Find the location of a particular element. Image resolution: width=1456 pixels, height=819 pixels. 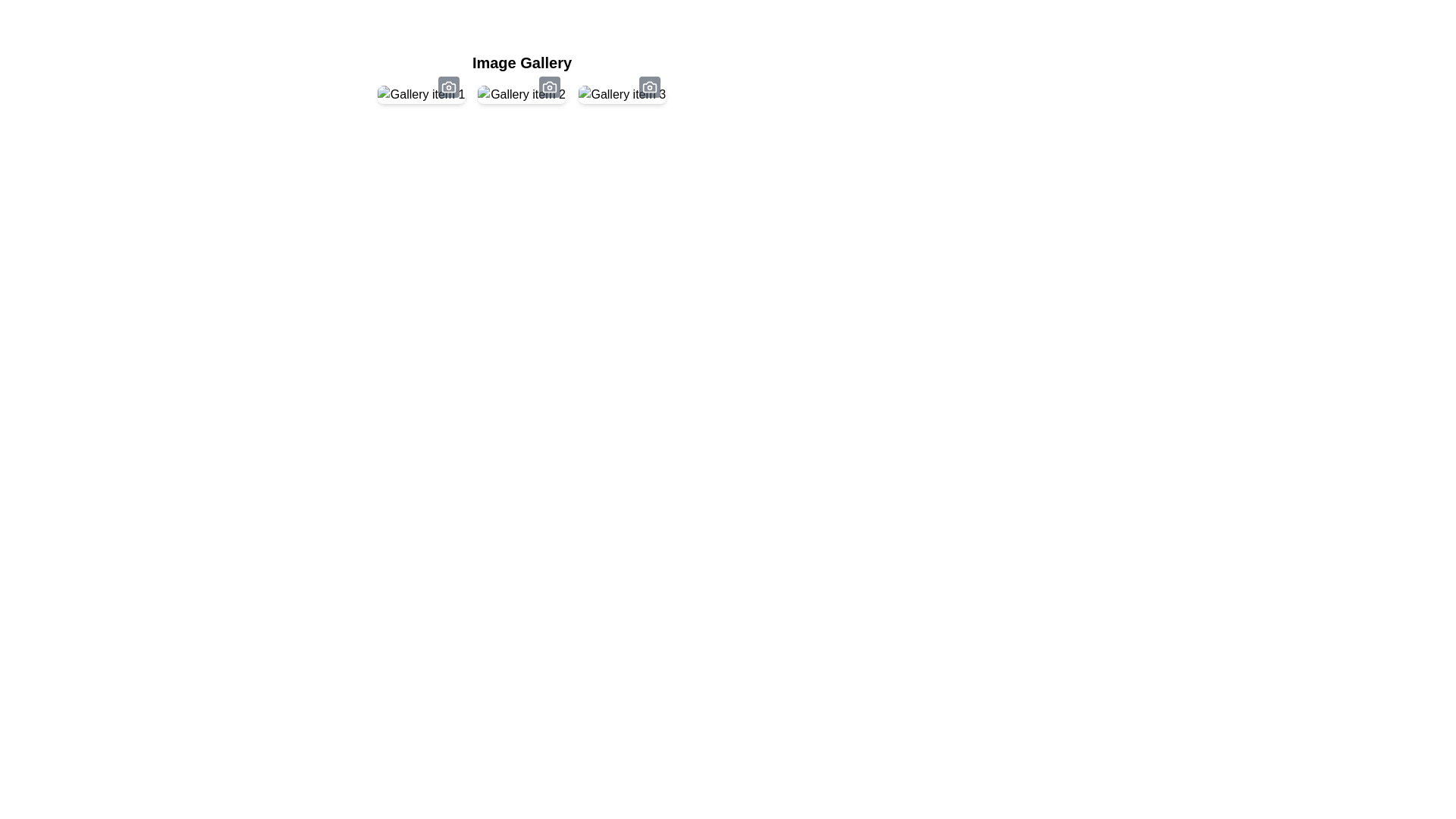

the camera icon located at the bottom-right corner of the third item in the 'Image Gallery' is located at coordinates (650, 87).